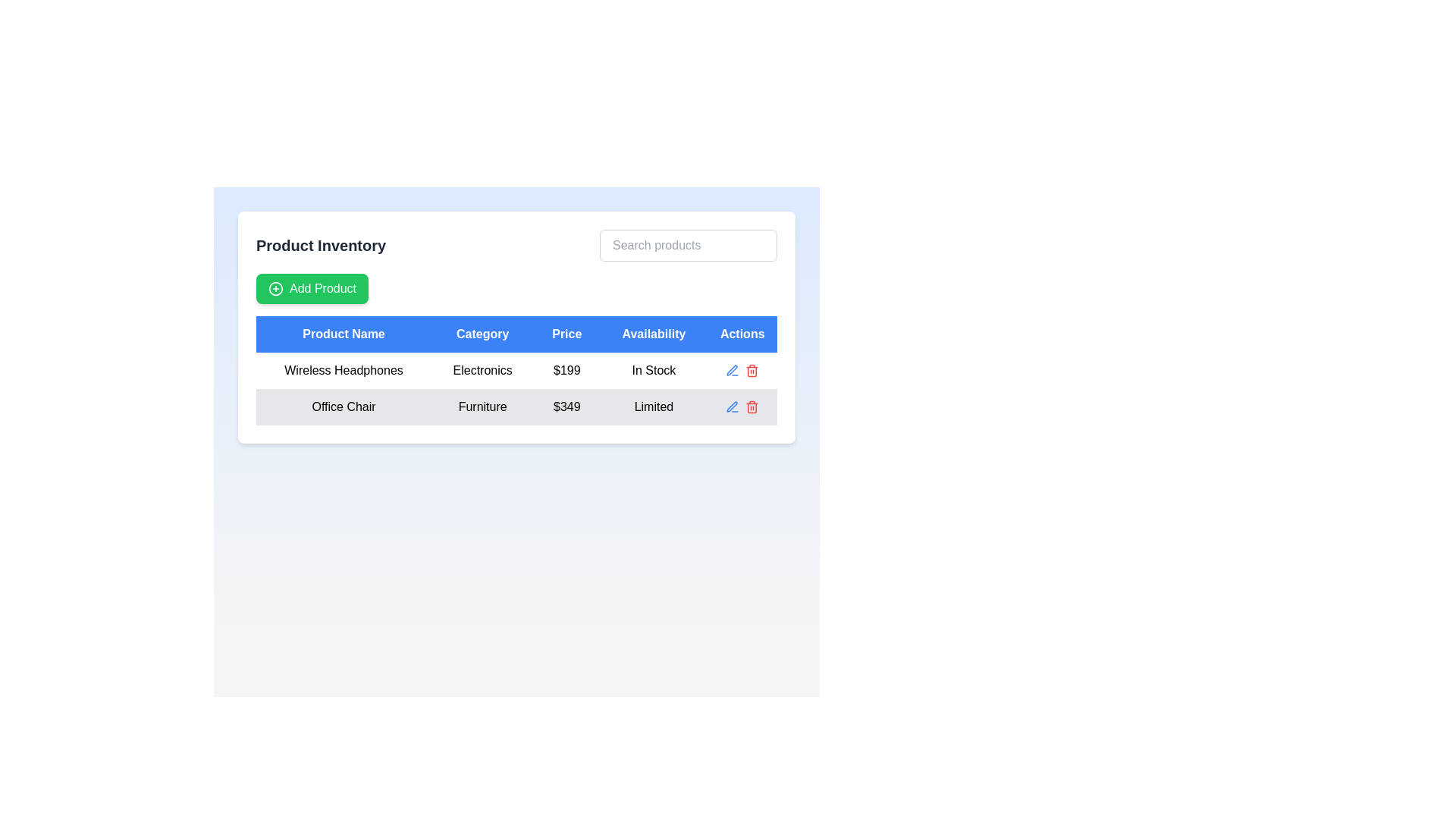 The height and width of the screenshot is (819, 1456). Describe the element at coordinates (482, 371) in the screenshot. I see `text content of the 'Electronics' label, which is centered in the 'Category' column of the product table for 'Wireless Headphones'` at that location.